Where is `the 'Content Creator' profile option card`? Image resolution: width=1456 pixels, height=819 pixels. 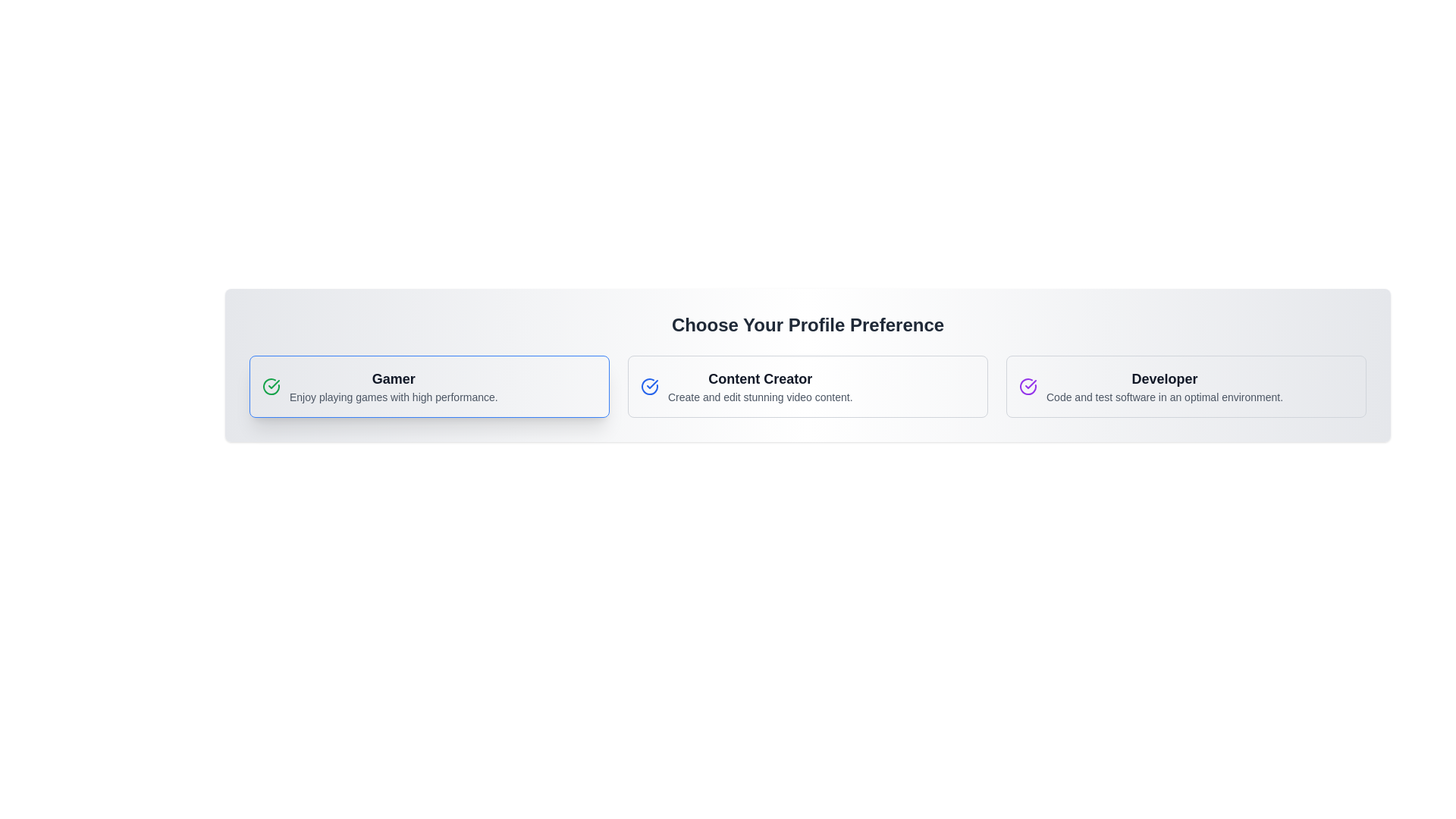 the 'Content Creator' profile option card is located at coordinates (807, 385).